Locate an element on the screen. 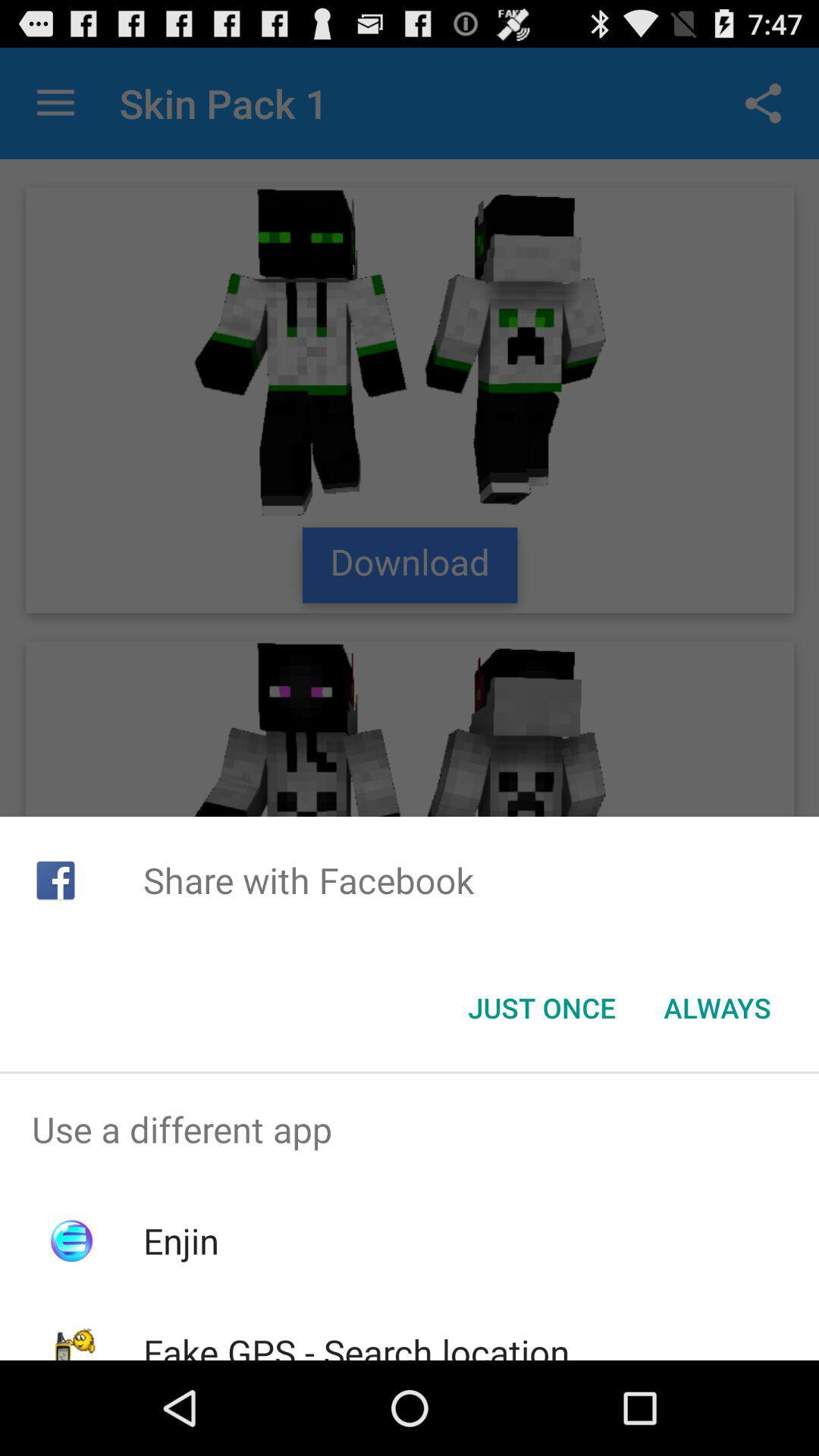  item above fake gps search app is located at coordinates (180, 1241).